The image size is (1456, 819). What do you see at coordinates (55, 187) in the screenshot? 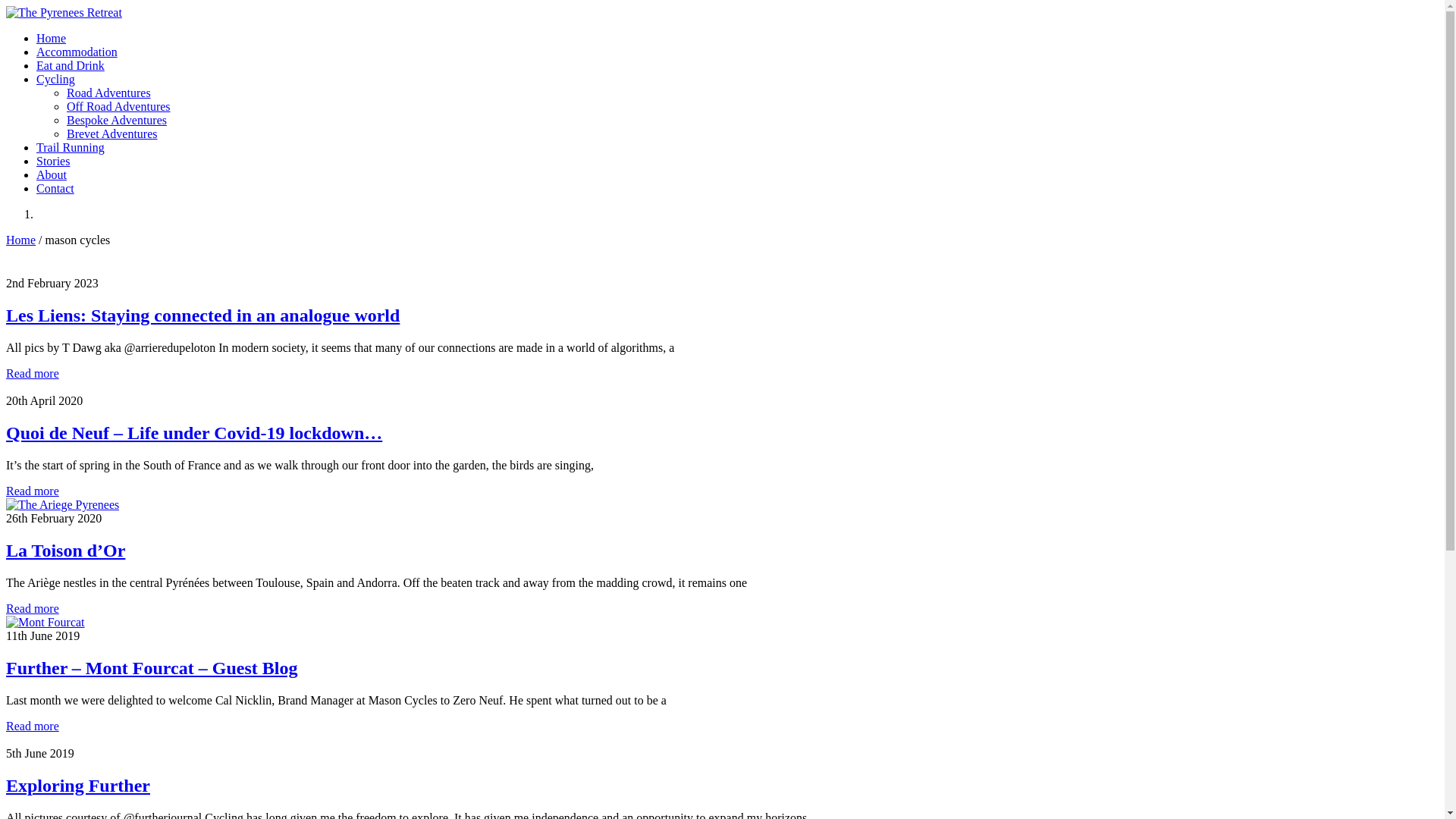
I see `'Contact'` at bounding box center [55, 187].